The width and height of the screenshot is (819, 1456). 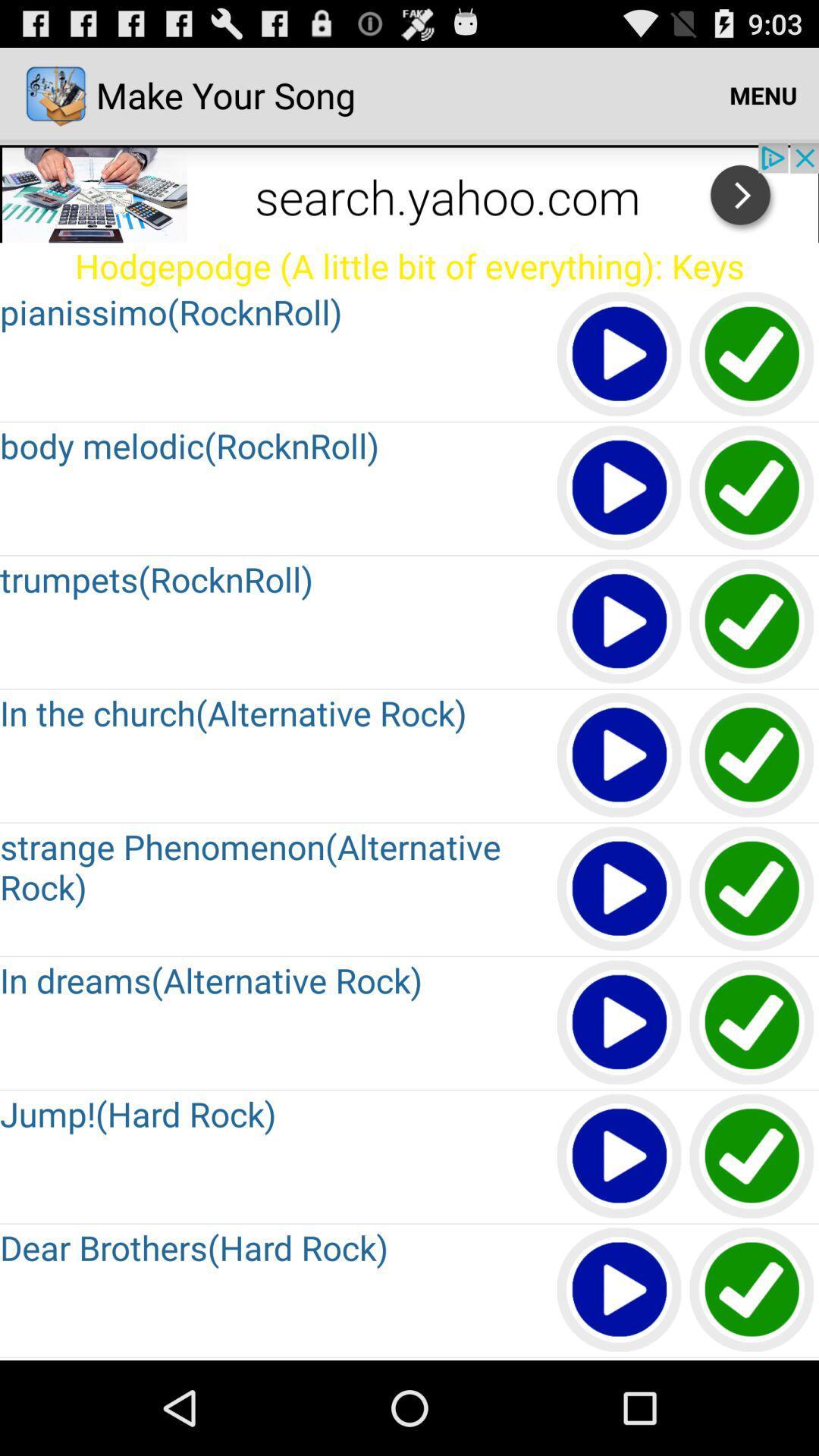 I want to click on song is ready after click, so click(x=752, y=354).